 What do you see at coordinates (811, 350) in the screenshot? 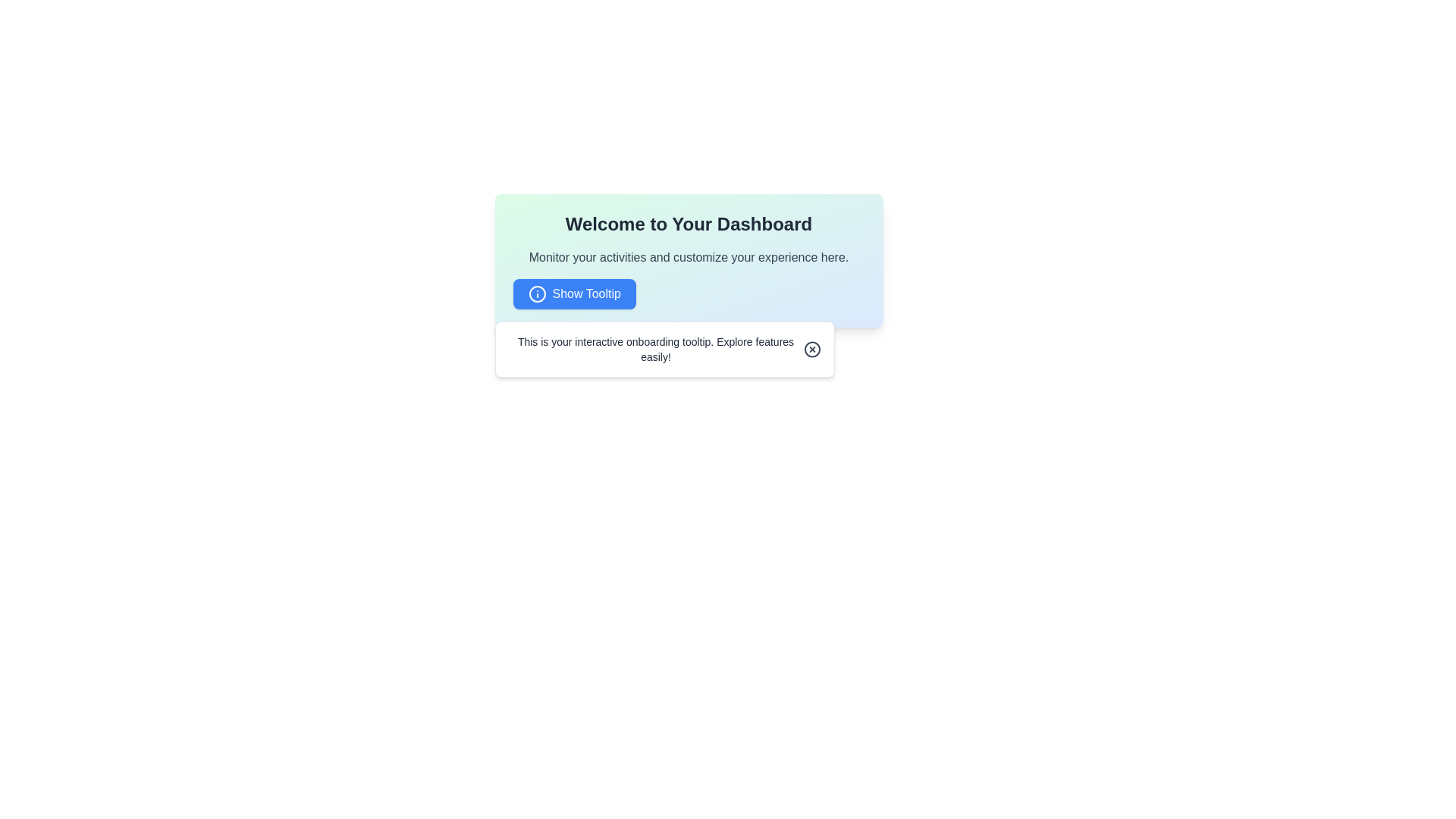
I see `the close button, which is a circular button with a gray outline and an 'X' symbol, located at the far right end of the tooltip box` at bounding box center [811, 350].